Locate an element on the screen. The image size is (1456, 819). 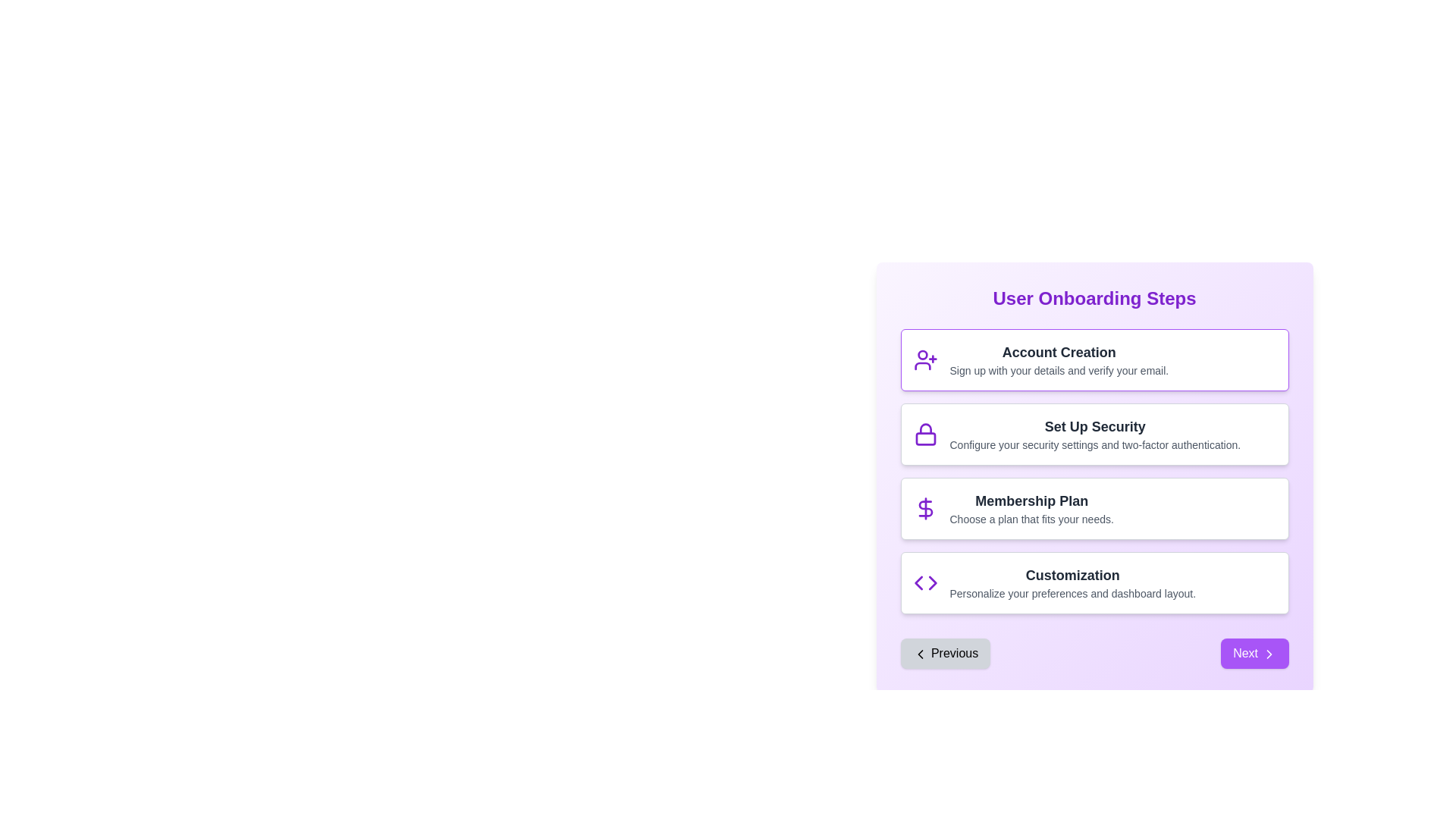
the Information Card, which is the fourth item in the vertical list of onboarding cards, located below 'Membership Plan' in the 'User Onboarding Steps' section is located at coordinates (1094, 582).